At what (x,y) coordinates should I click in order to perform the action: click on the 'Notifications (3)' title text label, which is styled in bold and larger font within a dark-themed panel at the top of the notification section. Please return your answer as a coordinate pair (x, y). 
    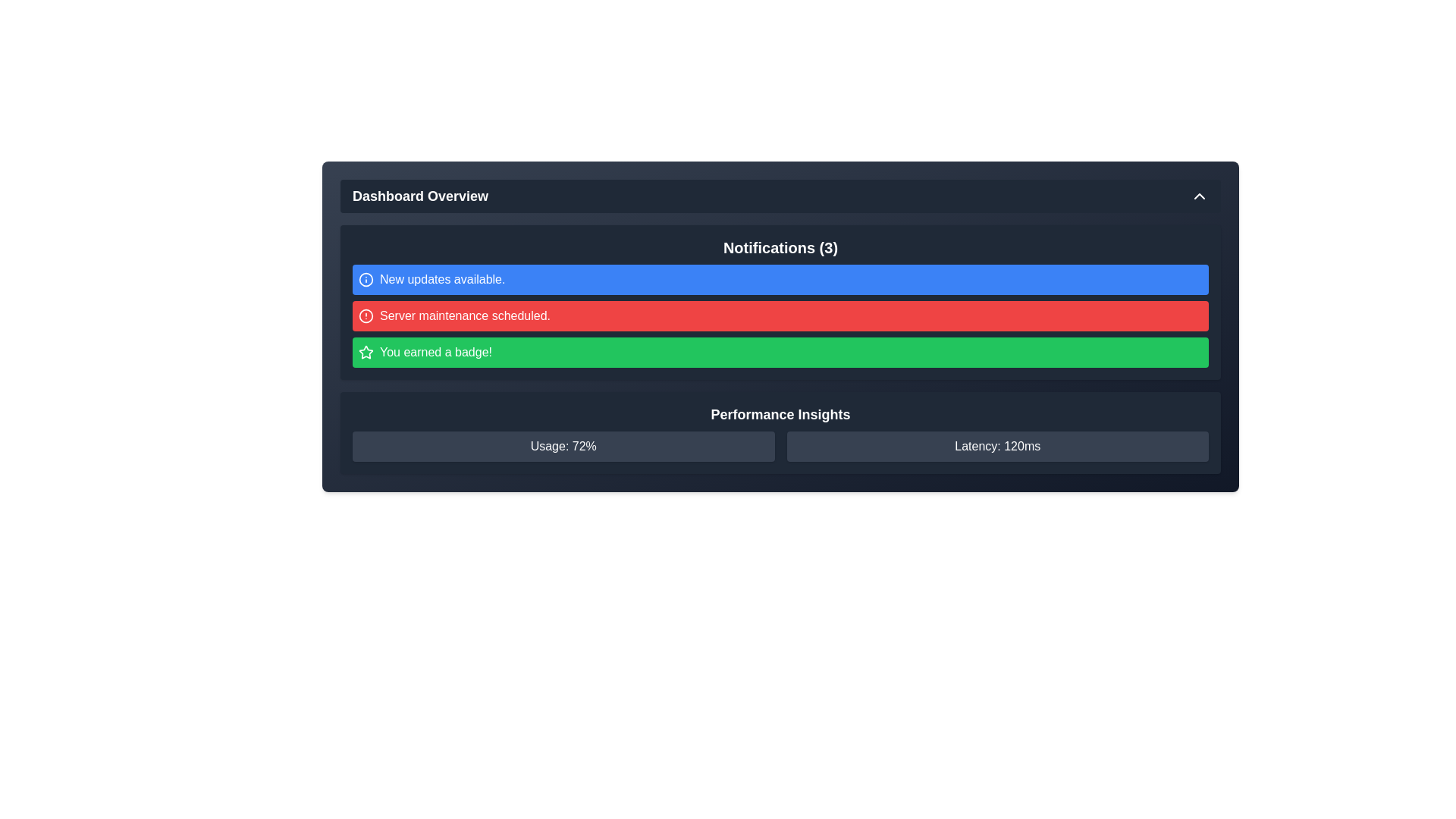
    Looking at the image, I should click on (780, 247).